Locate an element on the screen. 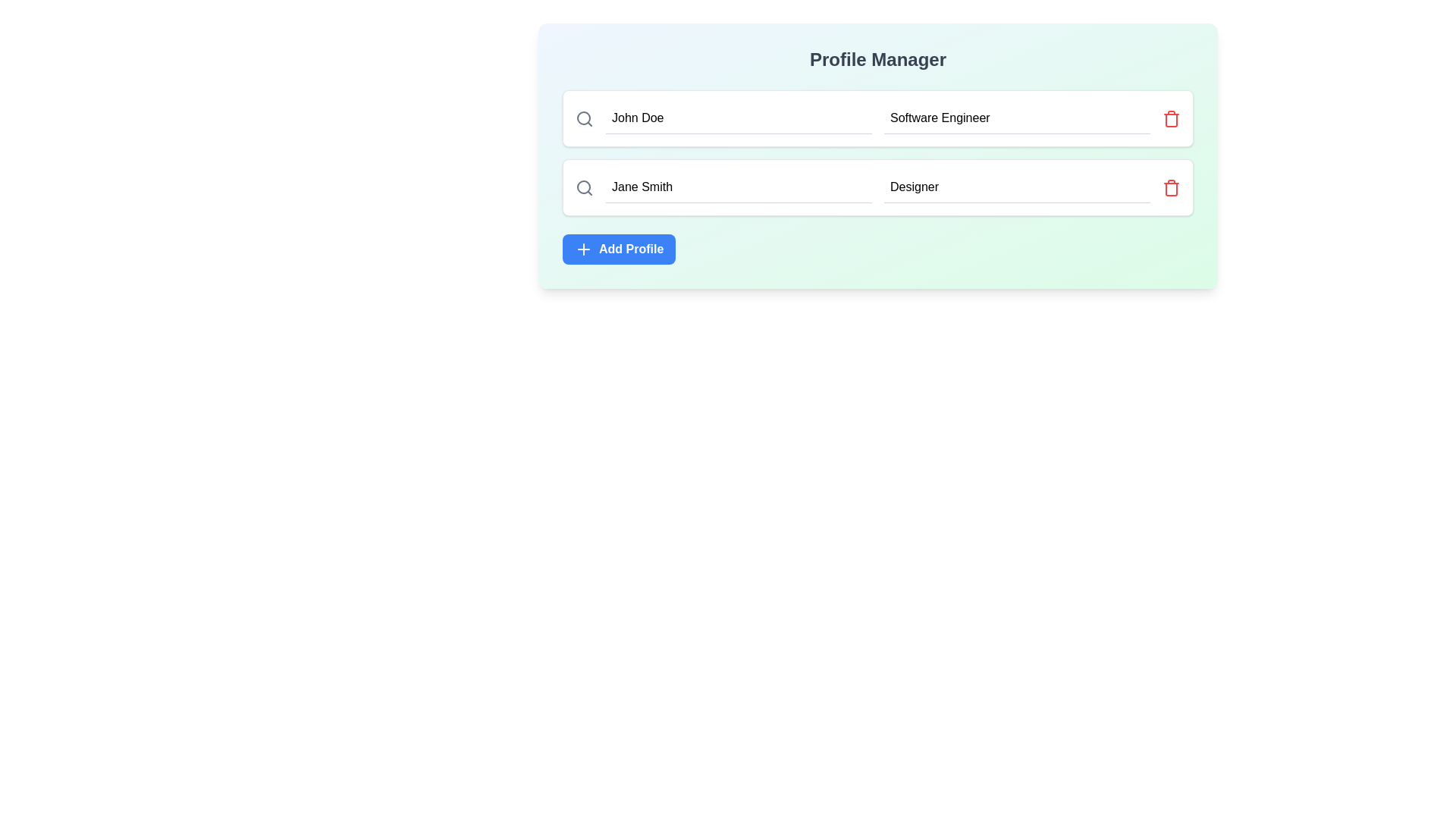 Image resolution: width=1456 pixels, height=819 pixels. the delete SVG icon located in the rightmost section of a profile list entry is located at coordinates (1171, 119).